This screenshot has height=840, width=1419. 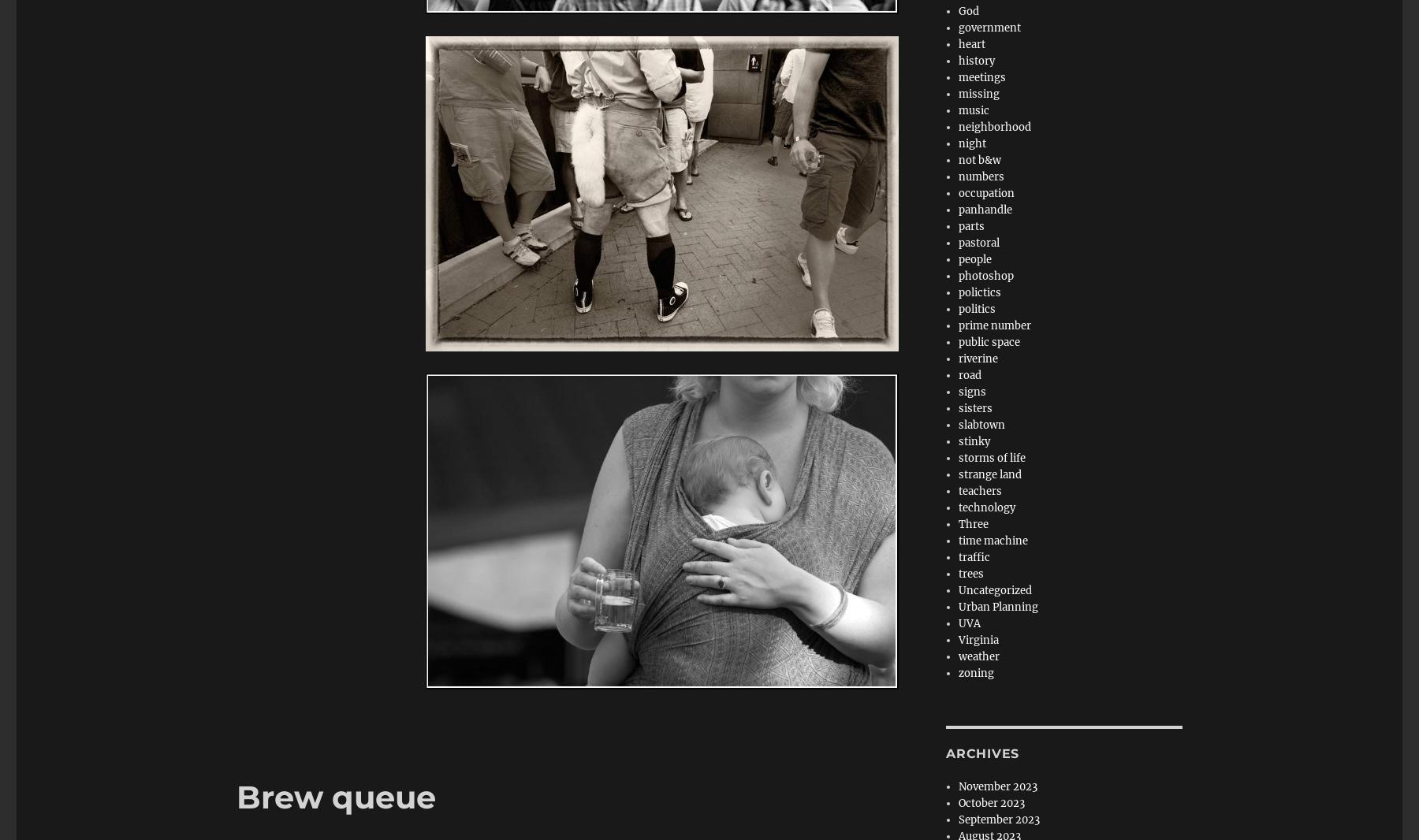 I want to click on 'November 2023', so click(x=997, y=786).